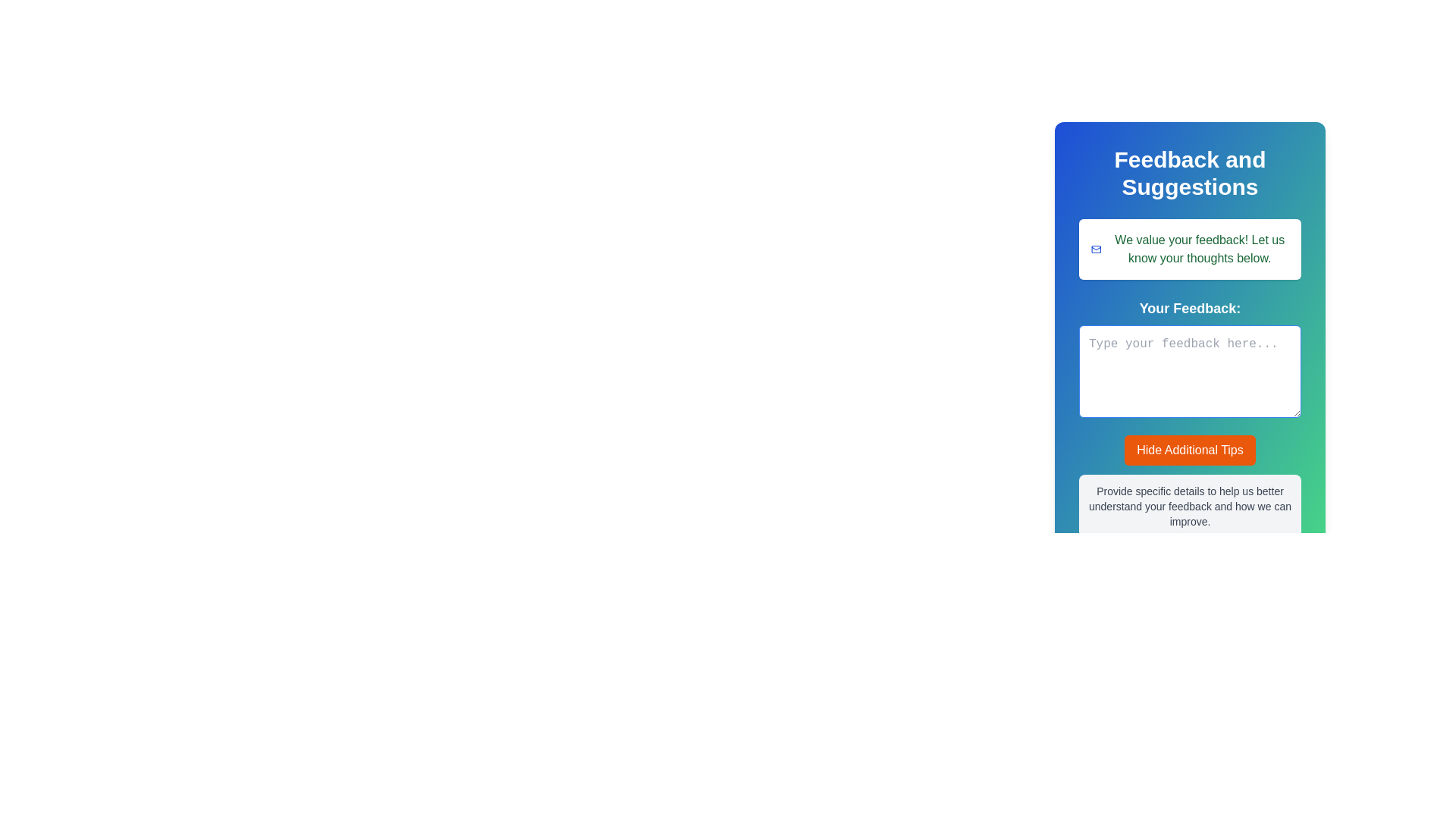  Describe the element at coordinates (1189, 486) in the screenshot. I see `static informational text block located below the 'Hide Additional Tips' button in the 'Your Feedback:' section, which provides guidance on feedback submission` at that location.